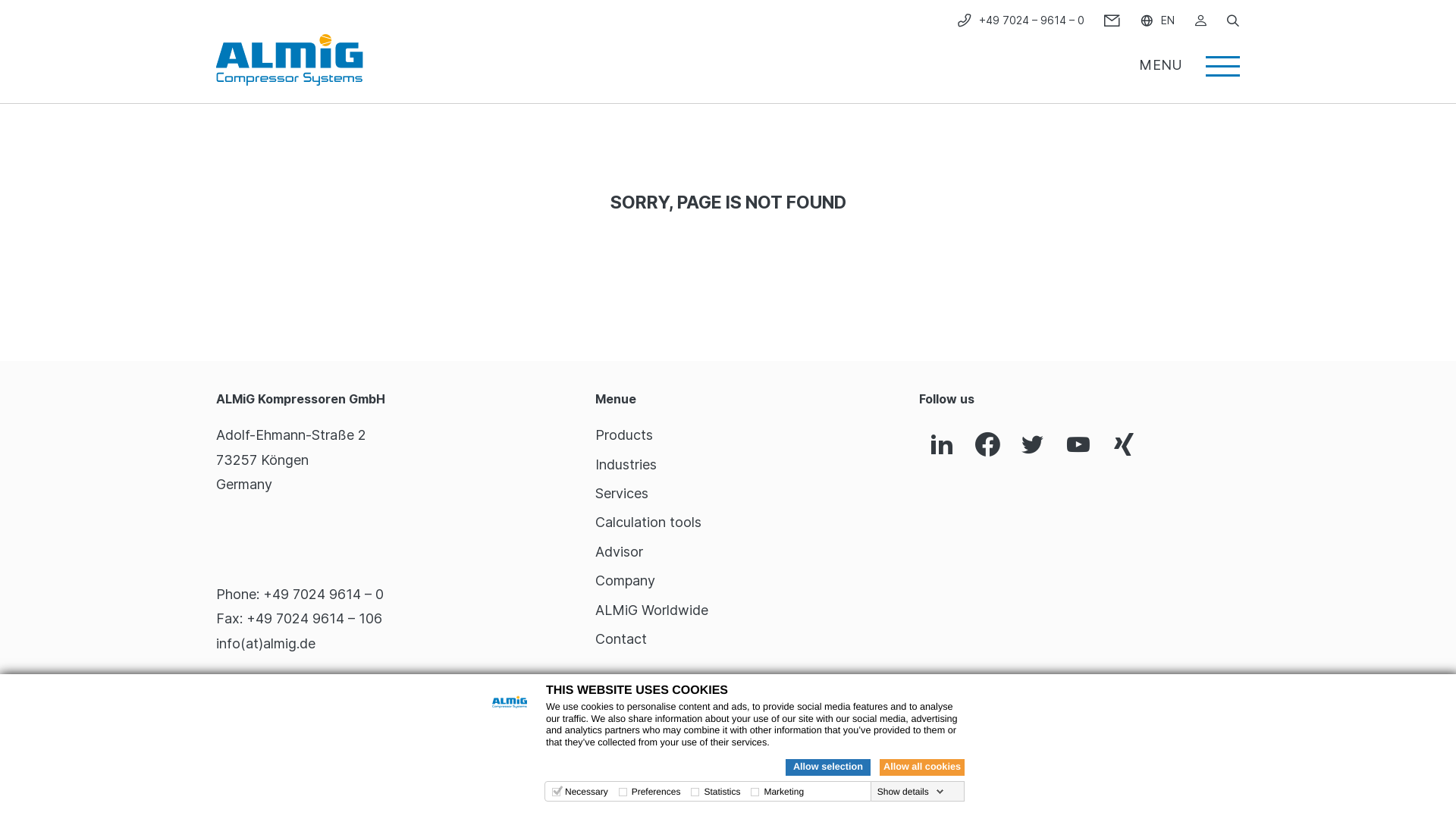 This screenshot has width=1456, height=819. Describe the element at coordinates (1188, 58) in the screenshot. I see `'MENU'` at that location.